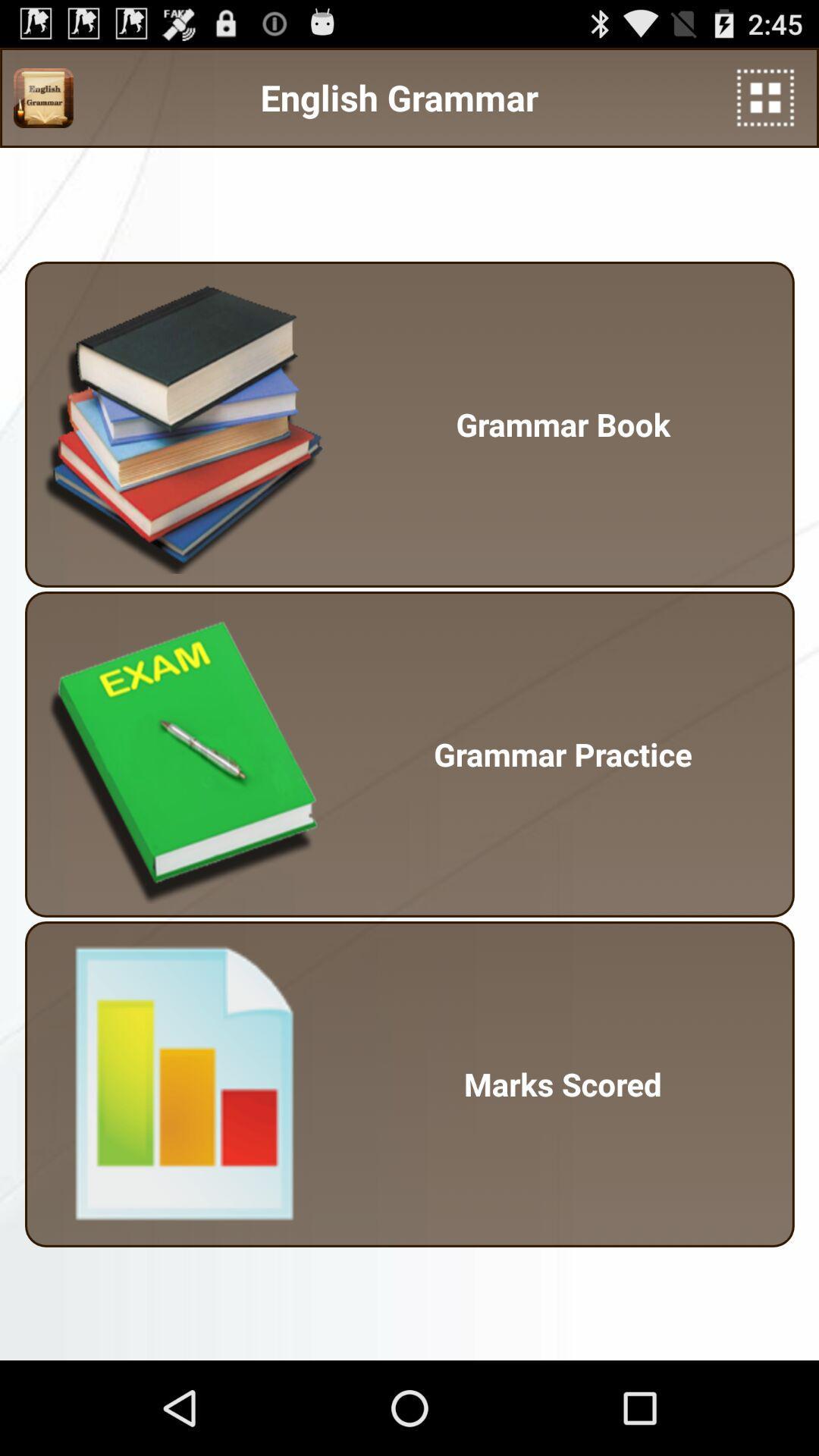 Image resolution: width=819 pixels, height=1456 pixels. I want to click on change list mode, so click(765, 97).